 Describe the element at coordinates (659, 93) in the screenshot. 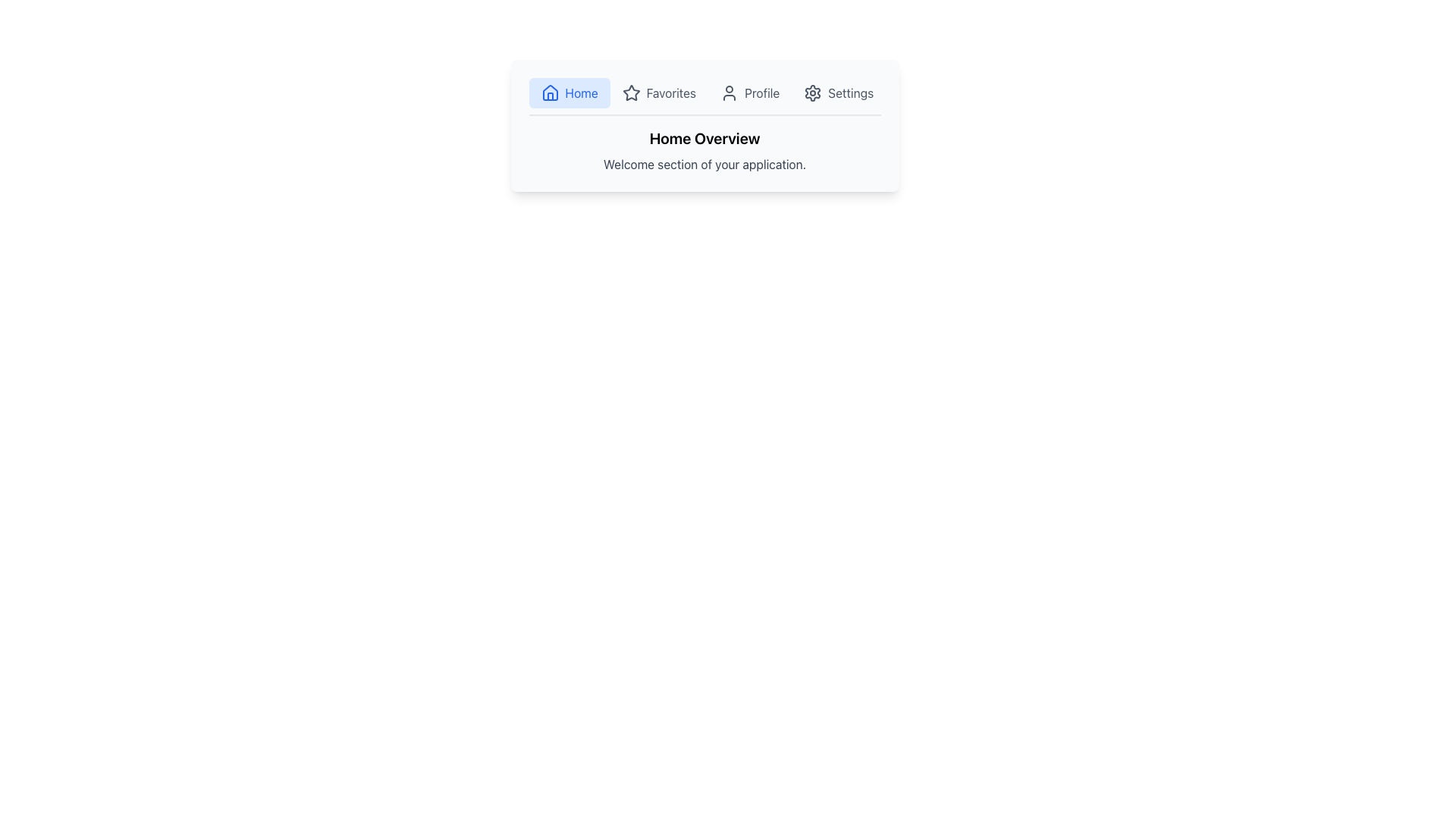

I see `the 'Favorites' navigation button, which is the second button in a horizontal list of options` at that location.